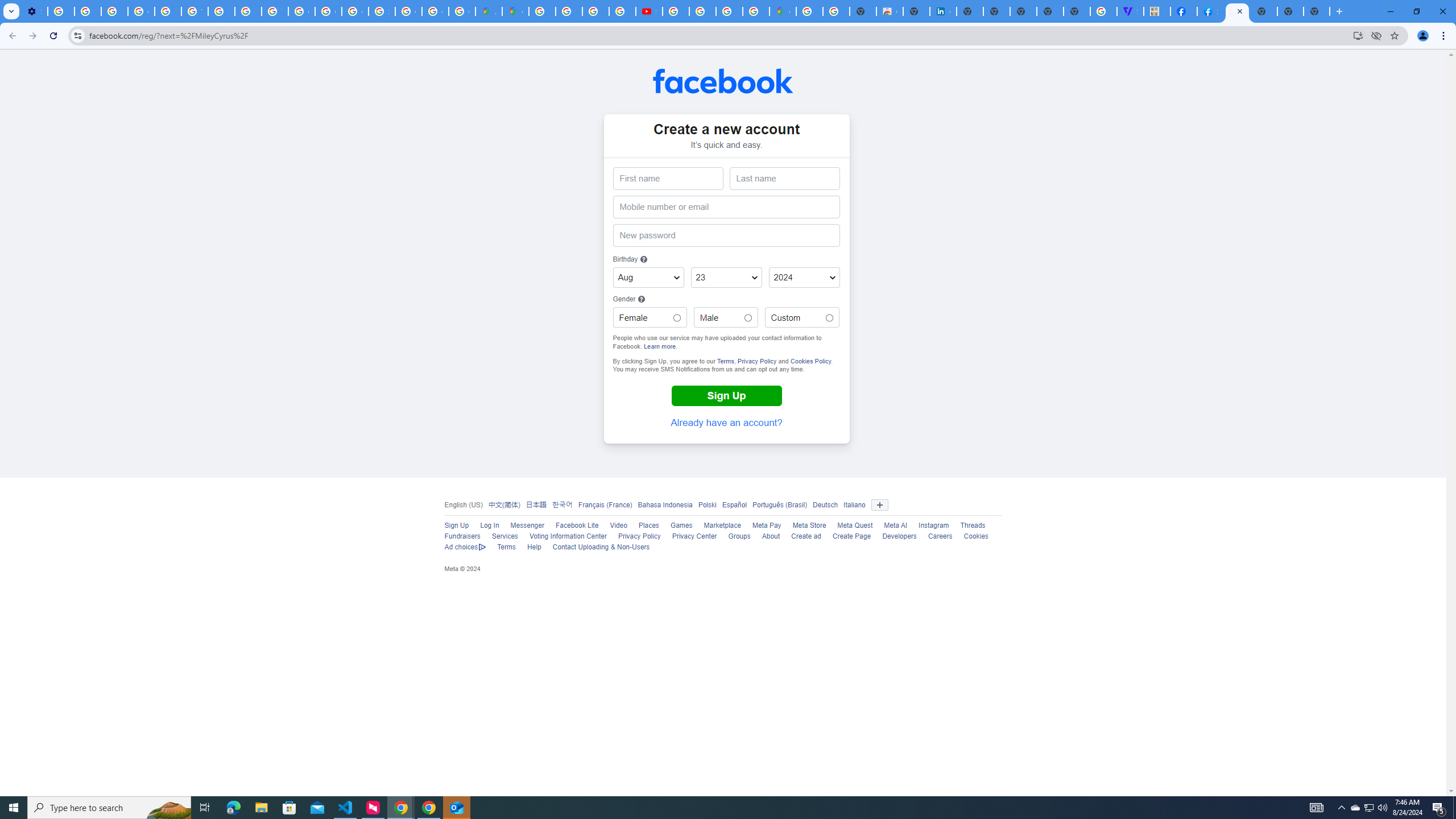 The image size is (1456, 819). Describe the element at coordinates (77, 35) in the screenshot. I see `'View site information'` at that location.